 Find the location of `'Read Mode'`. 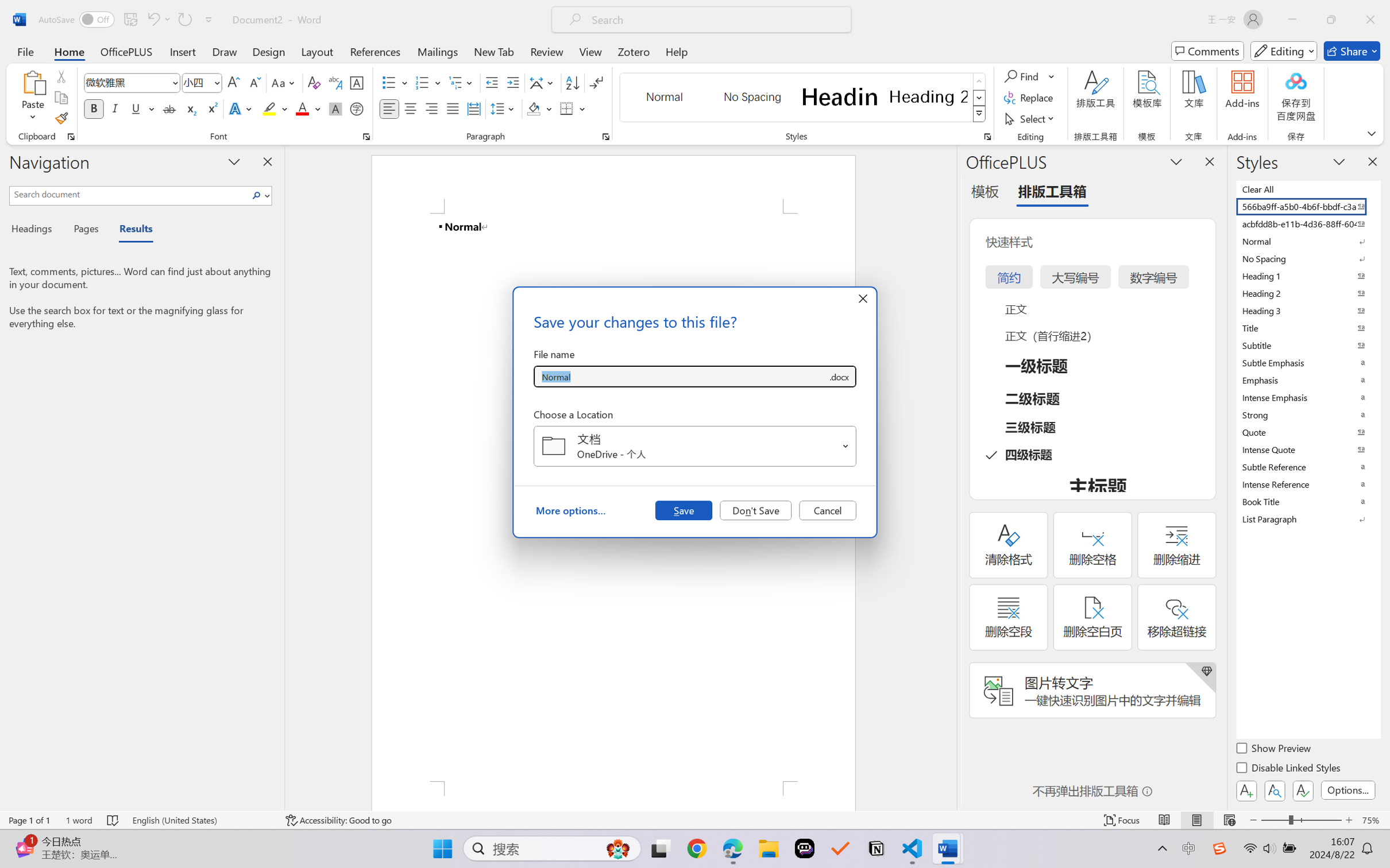

'Read Mode' is located at coordinates (1164, 820).